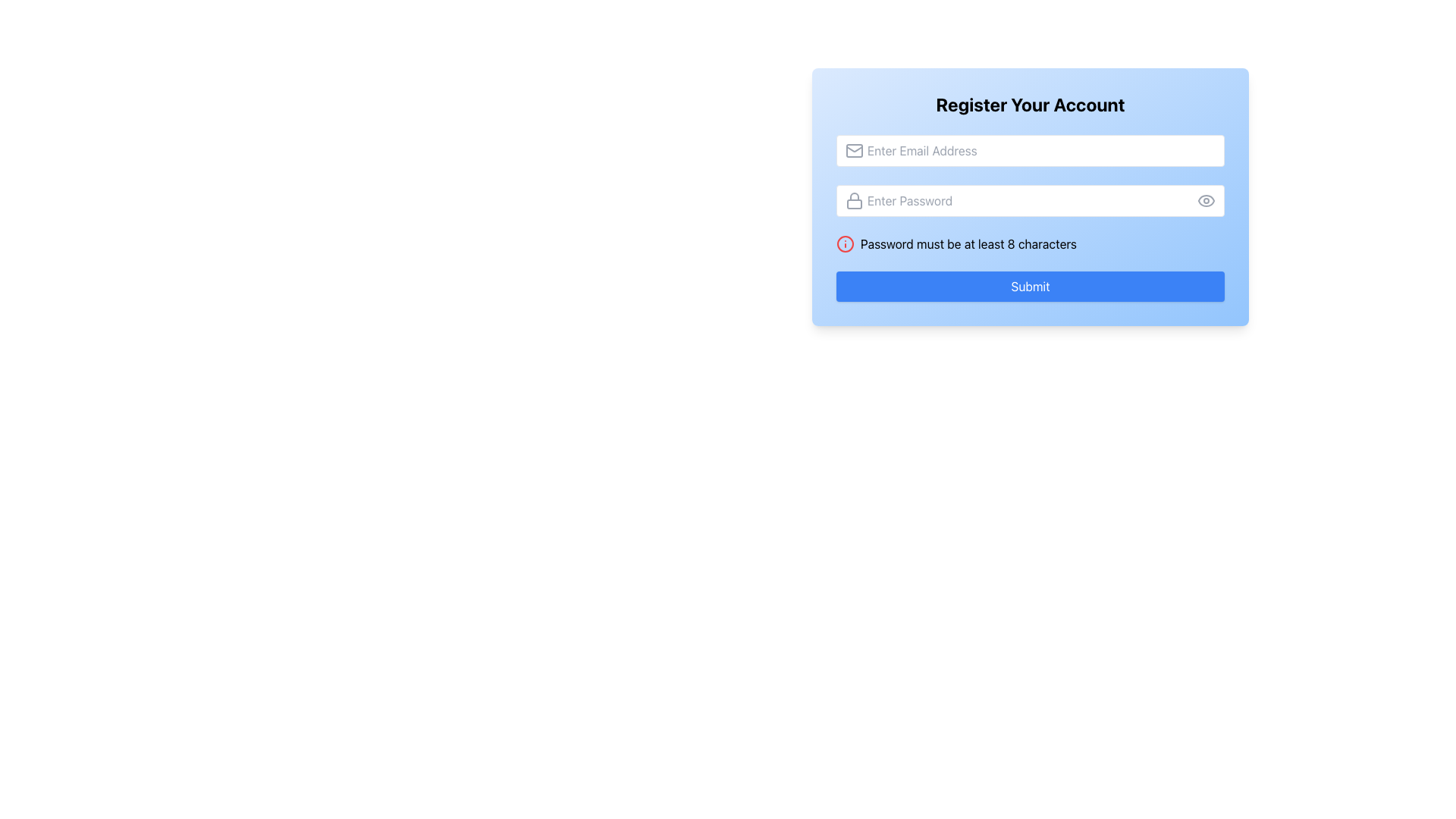 This screenshot has height=819, width=1456. What do you see at coordinates (844, 243) in the screenshot?
I see `the informational icon located to the left of the 'Password must be at least 8 characters' message` at bounding box center [844, 243].